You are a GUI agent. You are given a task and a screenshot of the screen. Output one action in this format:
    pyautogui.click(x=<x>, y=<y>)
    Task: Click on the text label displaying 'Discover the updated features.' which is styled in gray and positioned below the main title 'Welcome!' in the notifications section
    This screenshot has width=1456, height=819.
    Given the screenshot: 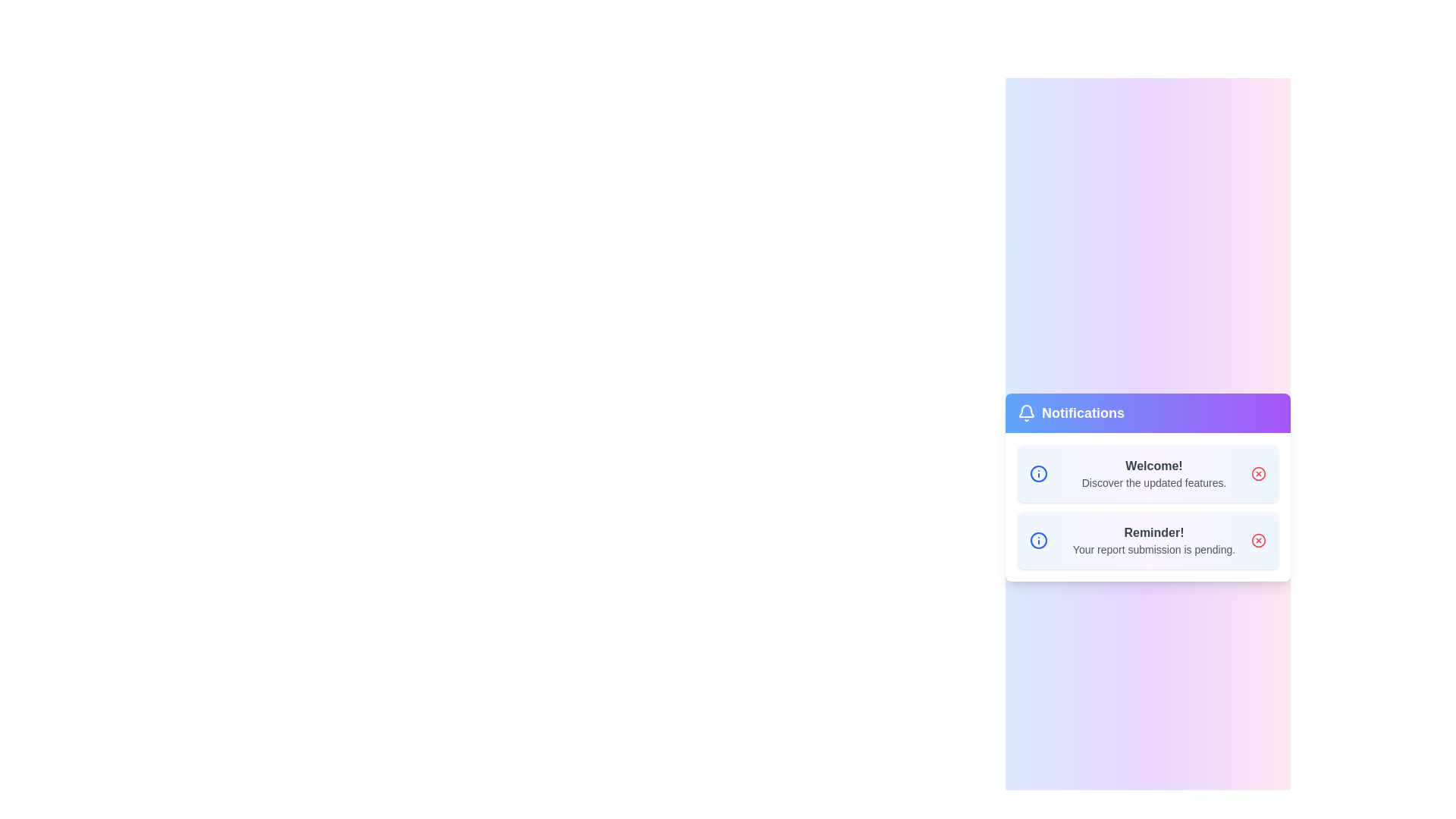 What is the action you would take?
    pyautogui.click(x=1153, y=482)
    